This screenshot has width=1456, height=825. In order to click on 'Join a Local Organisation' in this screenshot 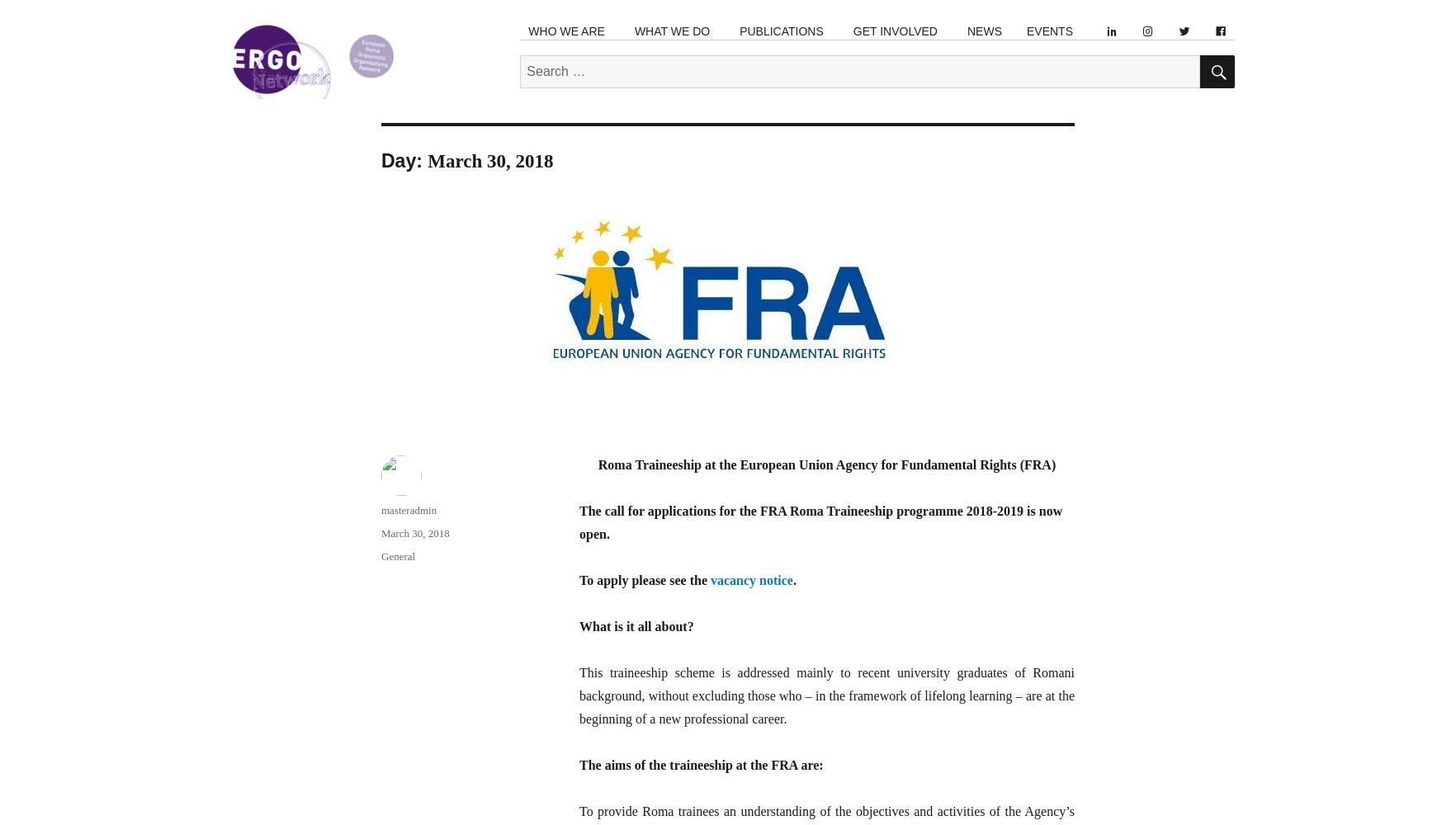, I will do `click(918, 111)`.